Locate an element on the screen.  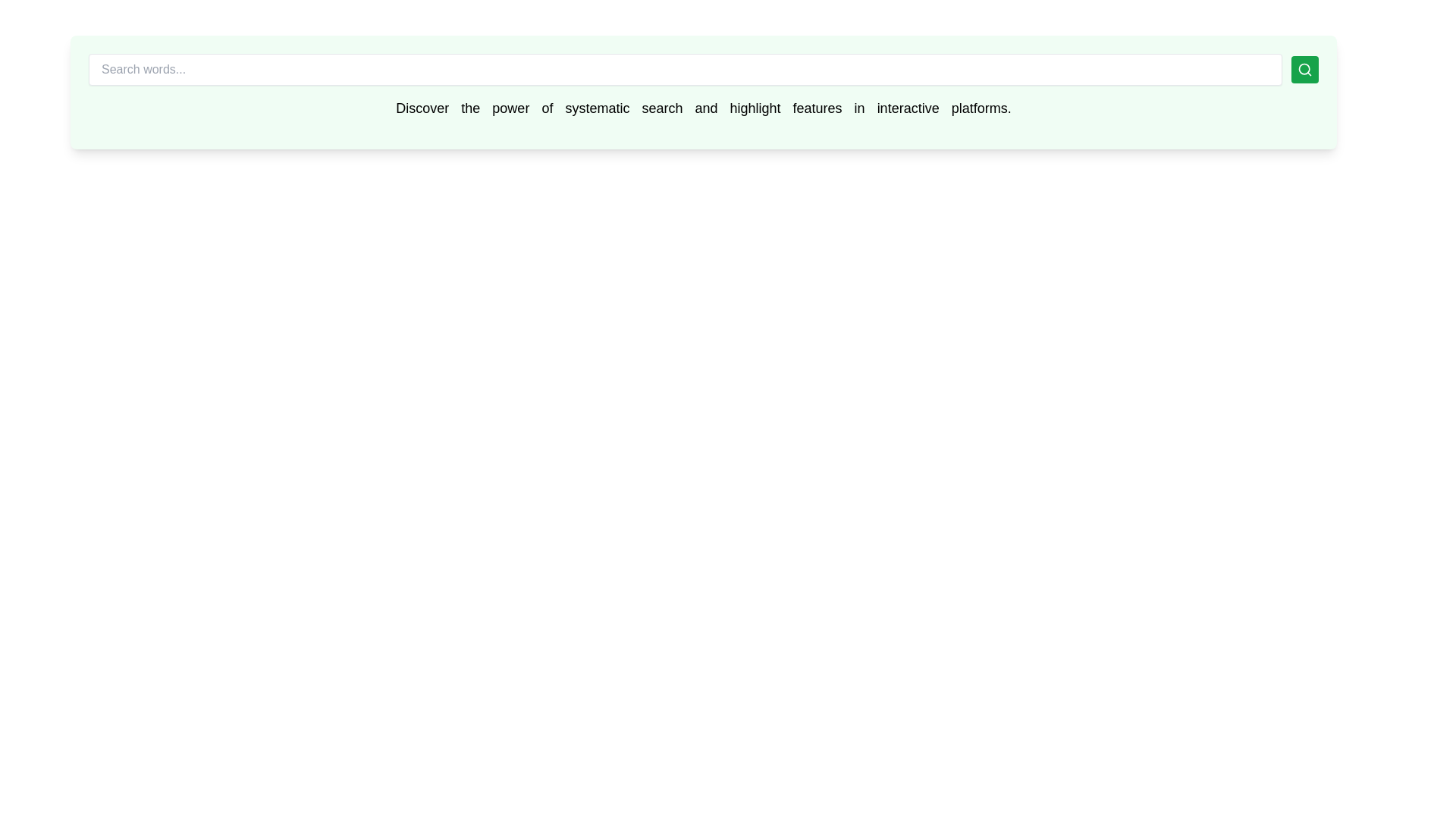
the static text element located in the eighth position among its siblings, which is part of a sentence centered in a light green area, slightly below the search bar is located at coordinates (755, 107).